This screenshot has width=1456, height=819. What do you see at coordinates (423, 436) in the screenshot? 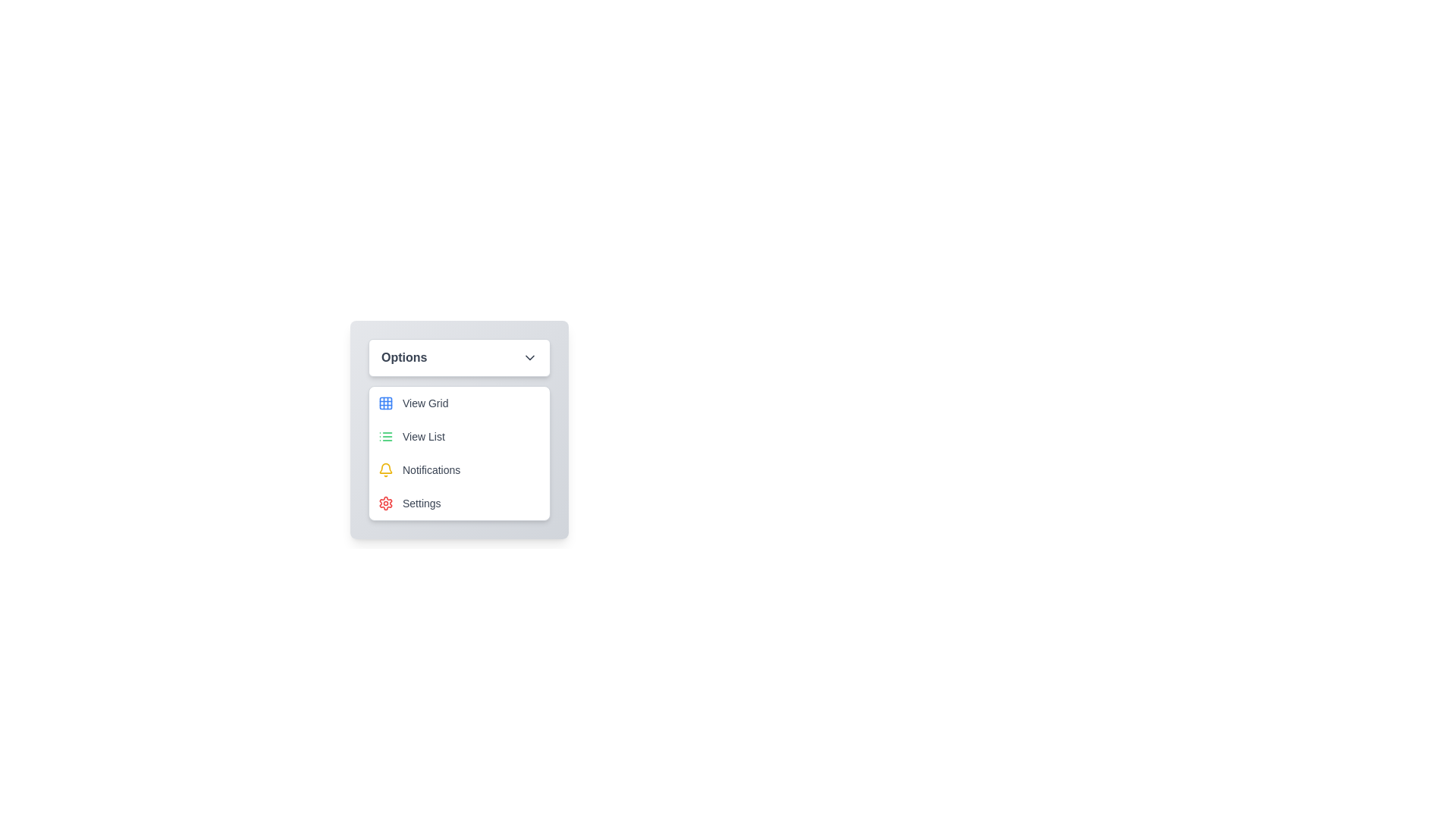
I see `the text label that describes switching to a list layout, located in the second row of the vertical list menu, between 'View Grid' and 'Notifications'` at bounding box center [423, 436].